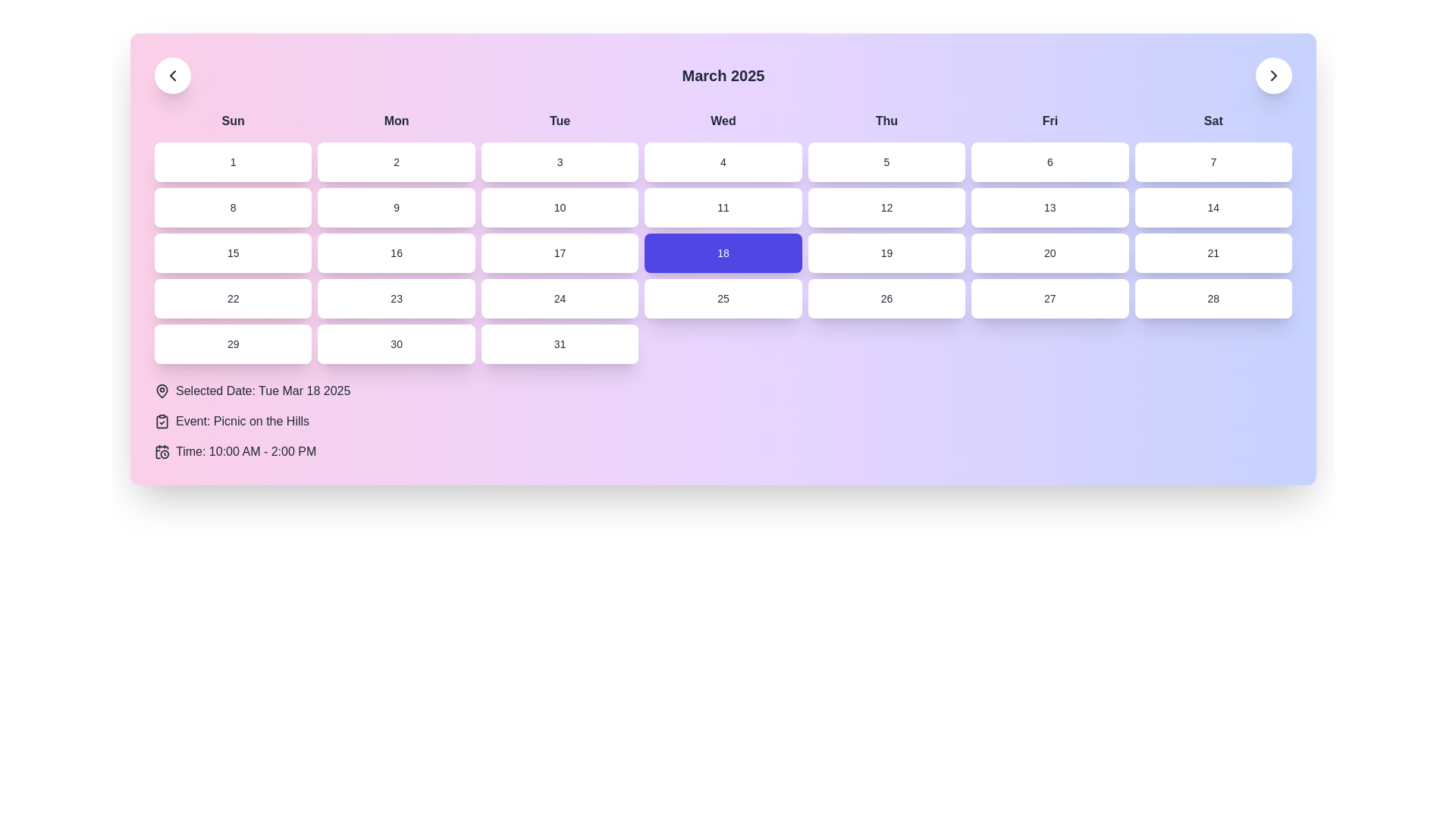 This screenshot has height=819, width=1456. What do you see at coordinates (232, 298) in the screenshot?
I see `the clickable calendar date box displaying the number '22'` at bounding box center [232, 298].